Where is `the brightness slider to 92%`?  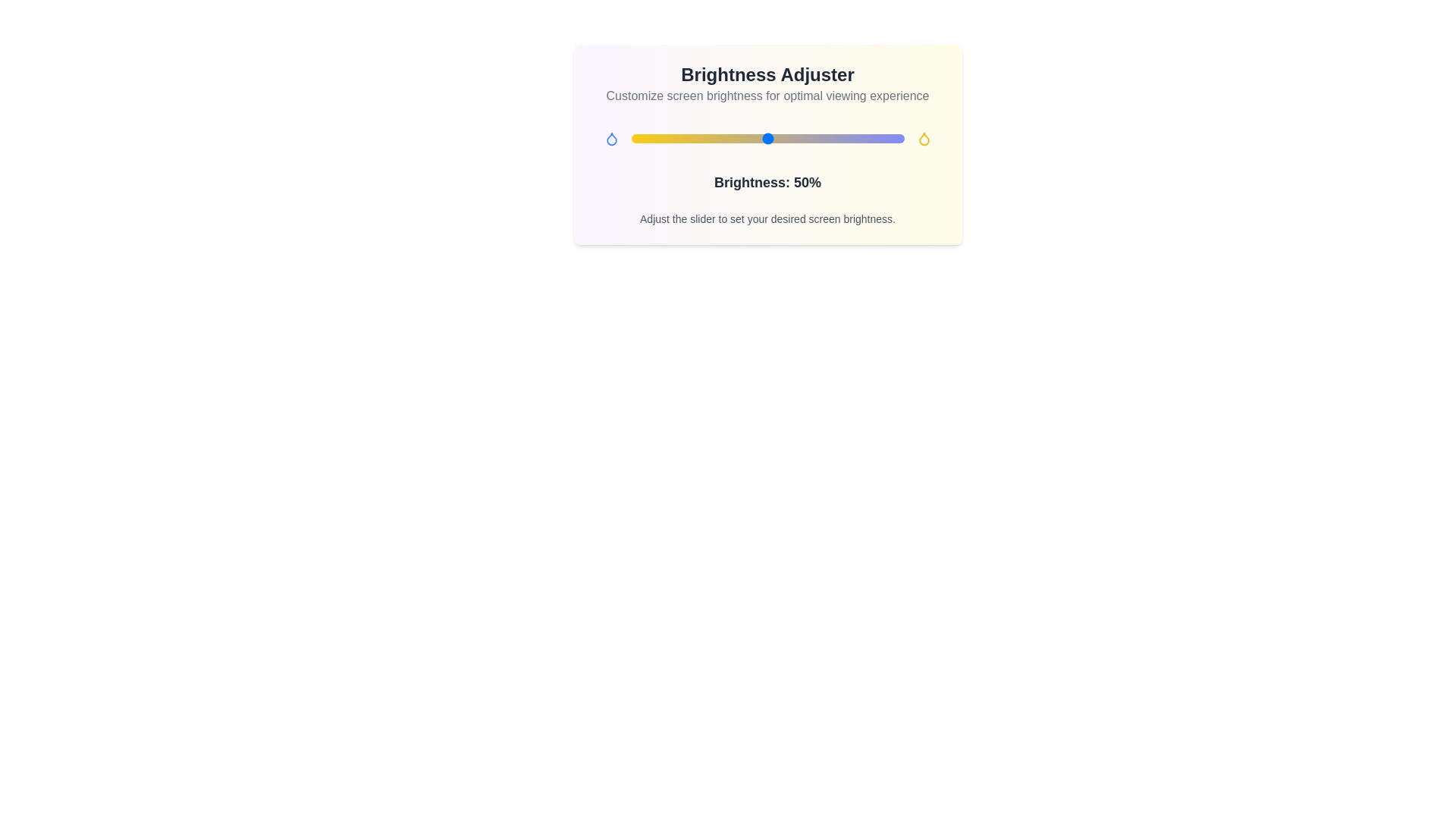
the brightness slider to 92% is located at coordinates (882, 138).